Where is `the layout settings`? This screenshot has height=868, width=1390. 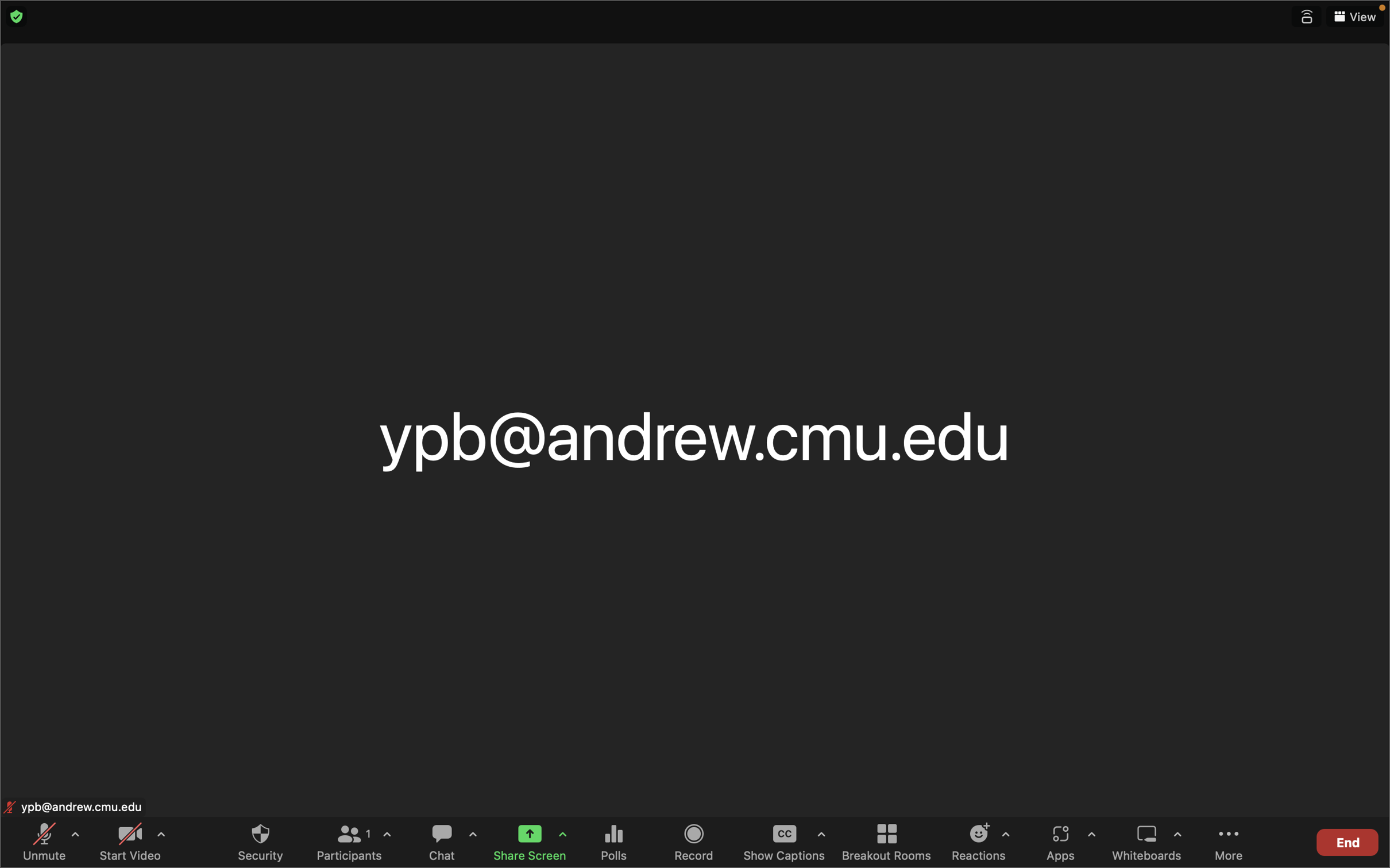 the layout settings is located at coordinates (1354, 17).